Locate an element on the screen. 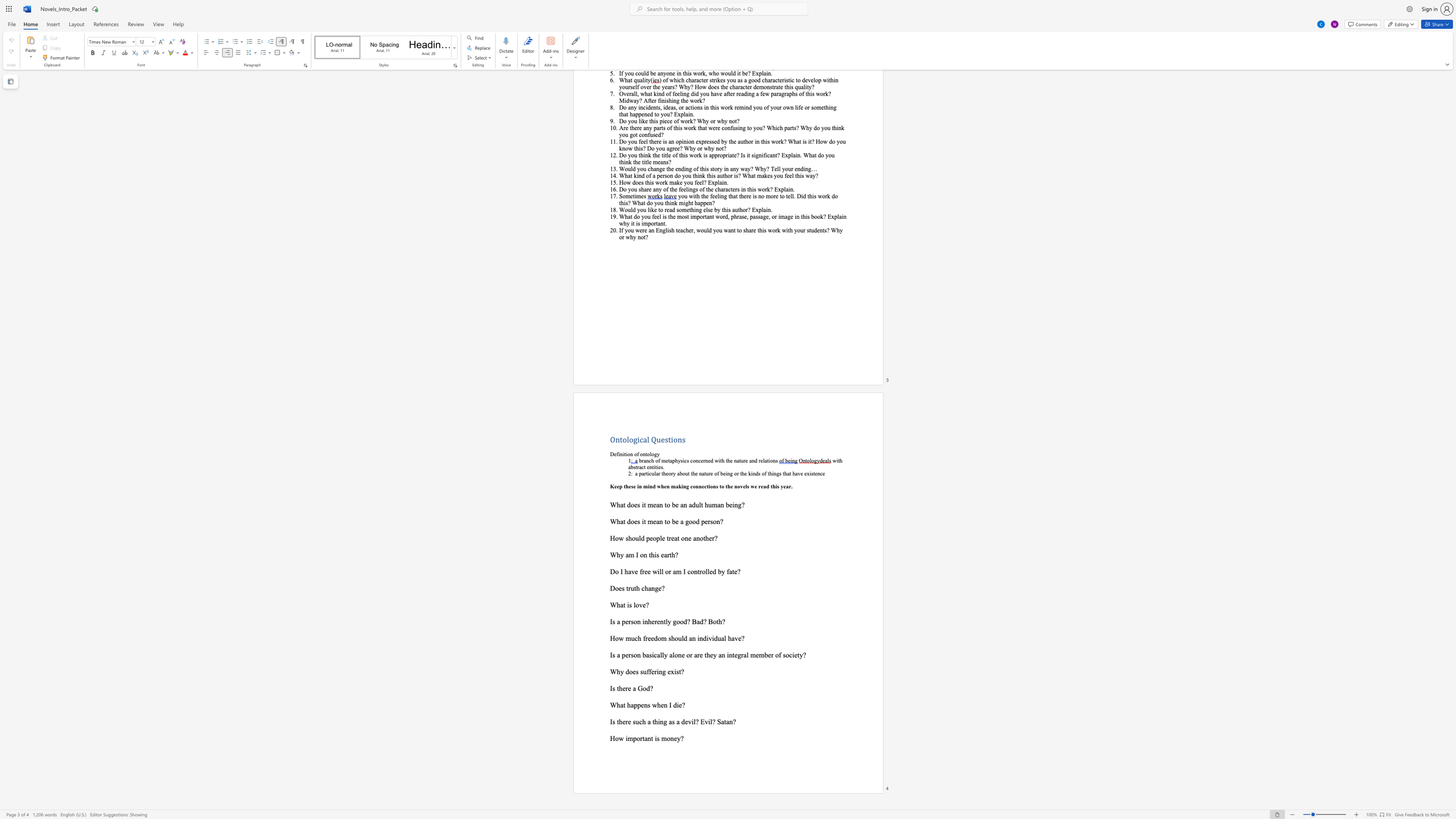  the subset text "appens when" within the text "What happens when I die?" is located at coordinates (630, 704).